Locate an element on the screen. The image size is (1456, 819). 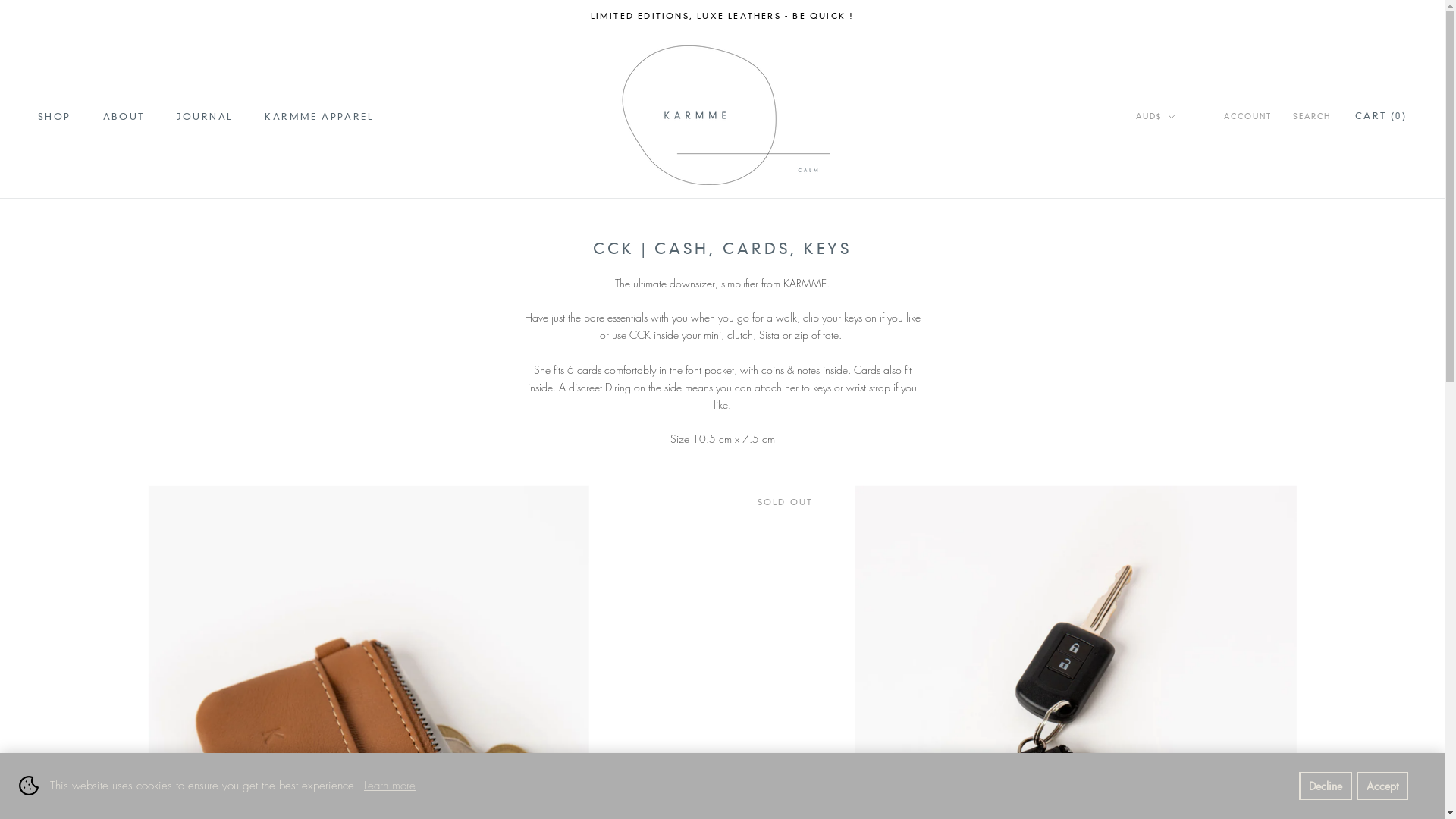
'Decline' is located at coordinates (1324, 785).